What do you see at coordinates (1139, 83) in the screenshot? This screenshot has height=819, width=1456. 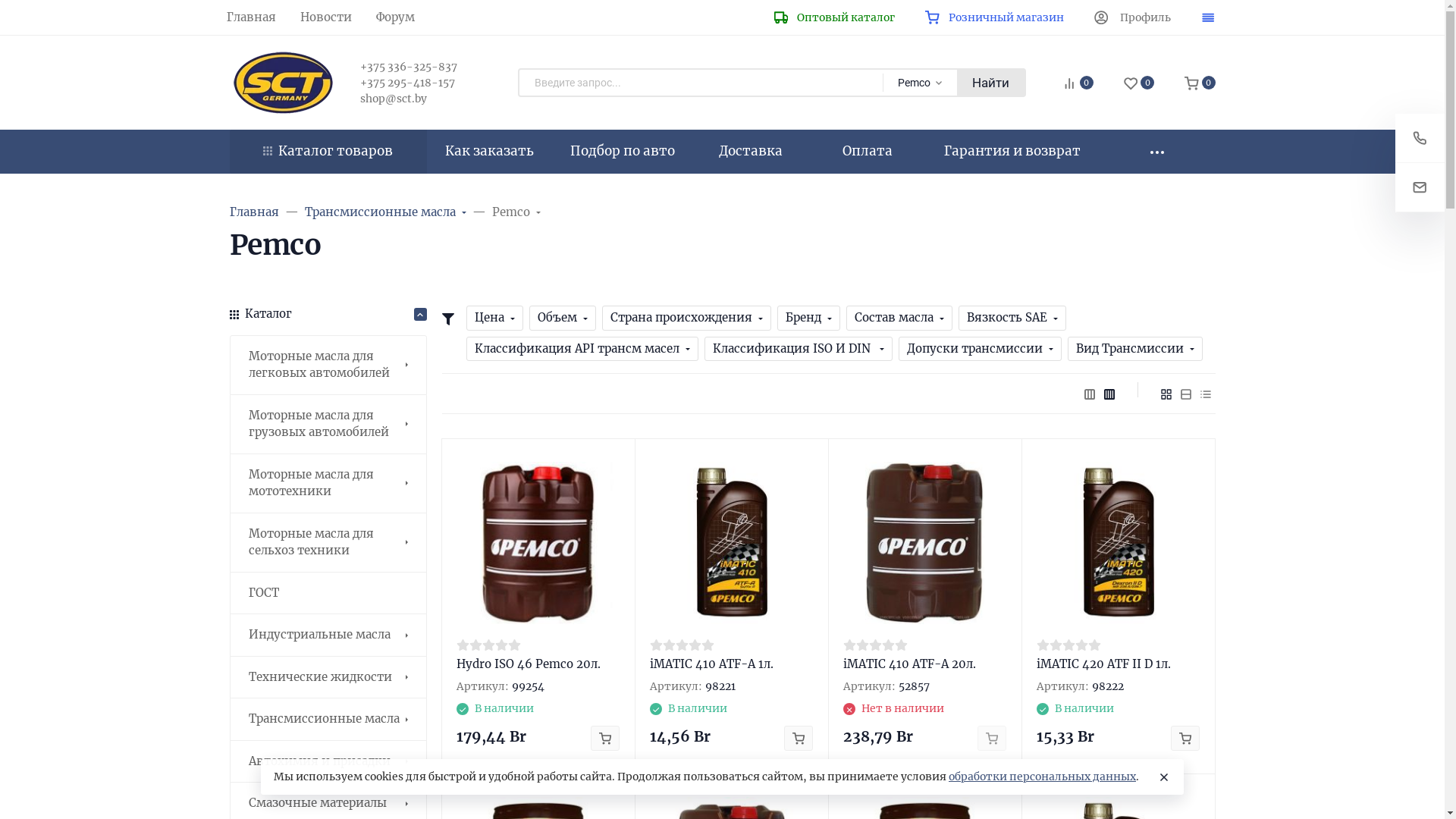 I see `'0'` at bounding box center [1139, 83].